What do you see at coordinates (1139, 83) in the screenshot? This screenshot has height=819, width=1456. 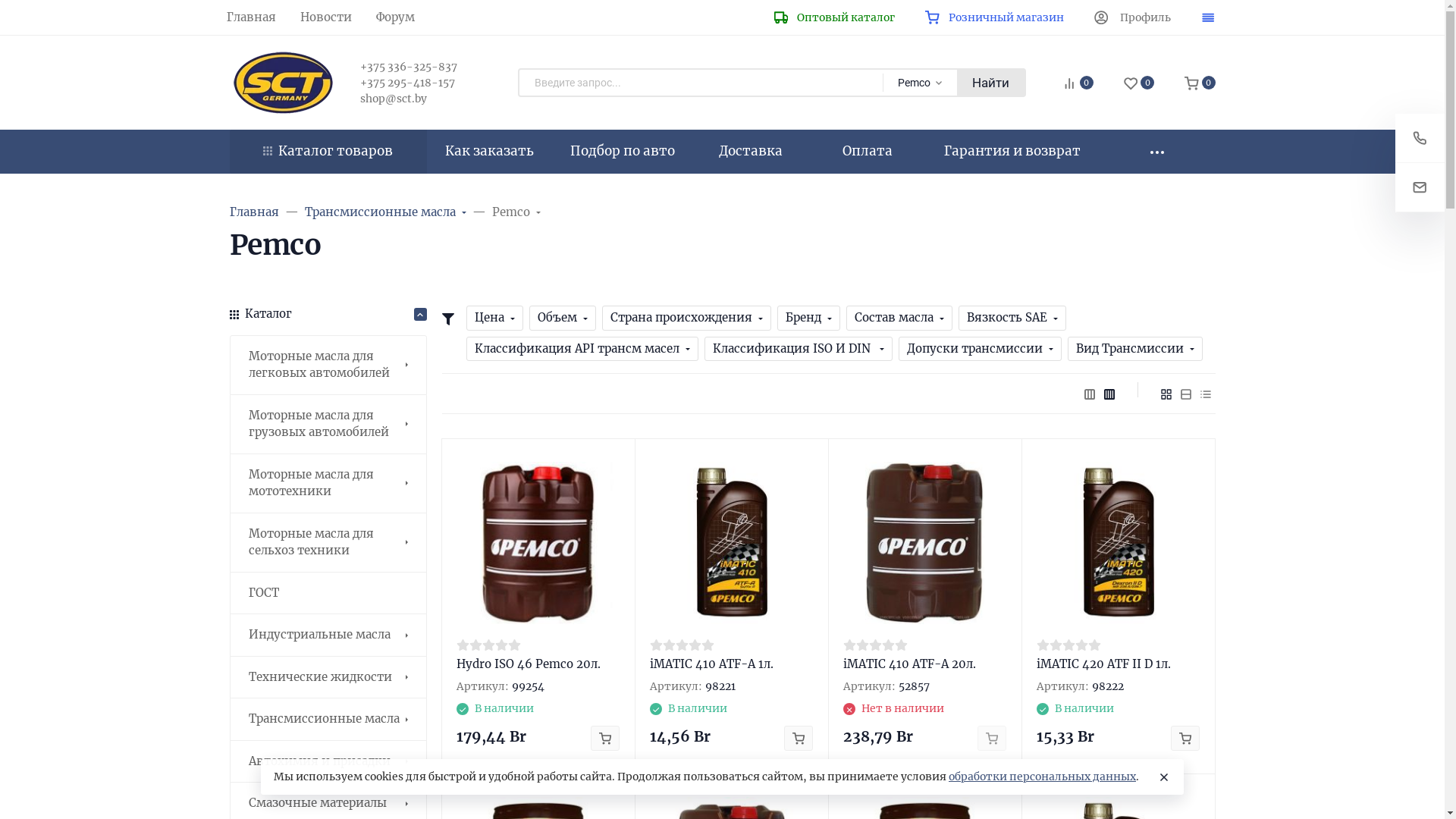 I see `'0'` at bounding box center [1139, 83].